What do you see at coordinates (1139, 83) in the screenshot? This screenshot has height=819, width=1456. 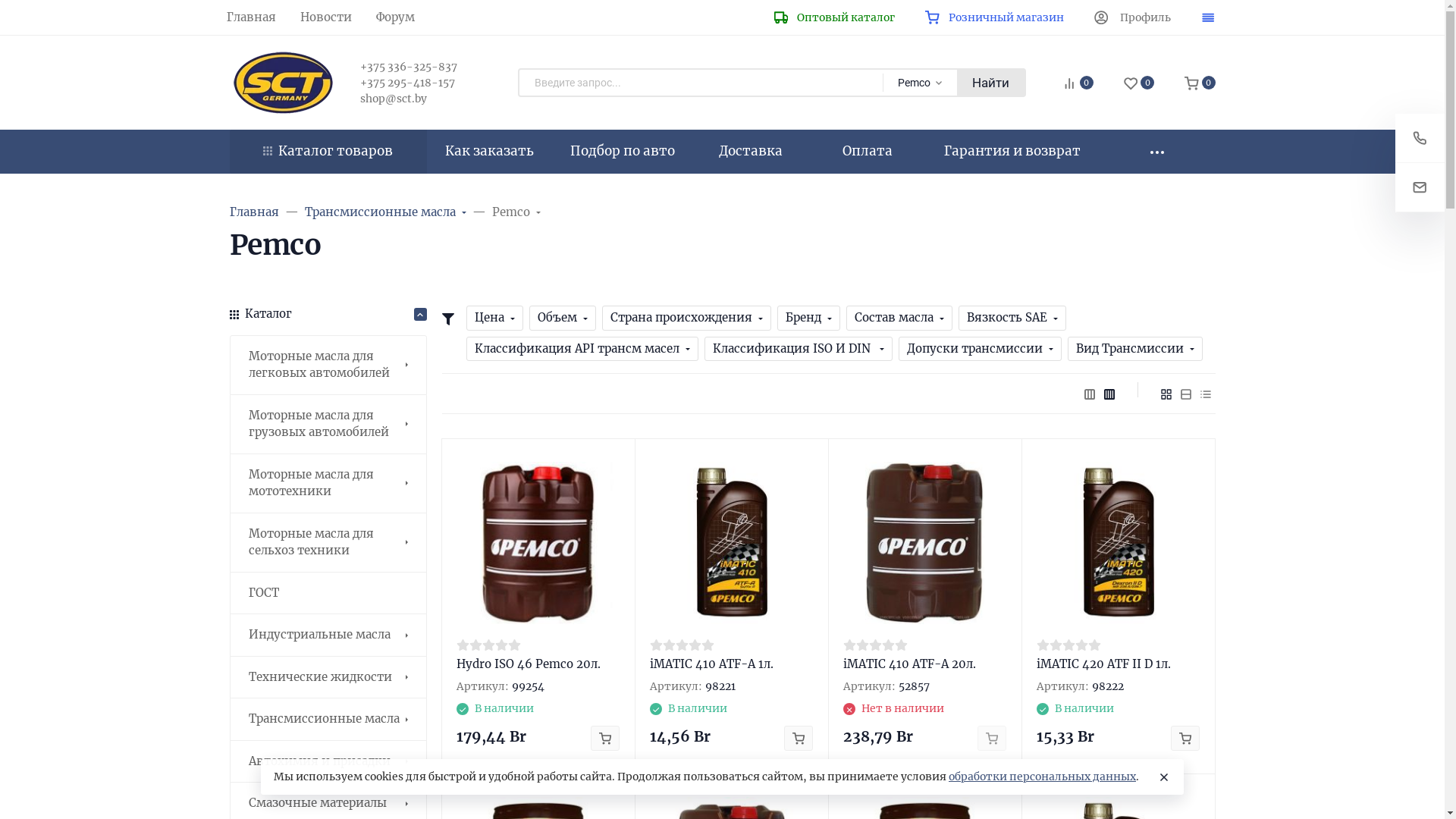 I see `'0'` at bounding box center [1139, 83].